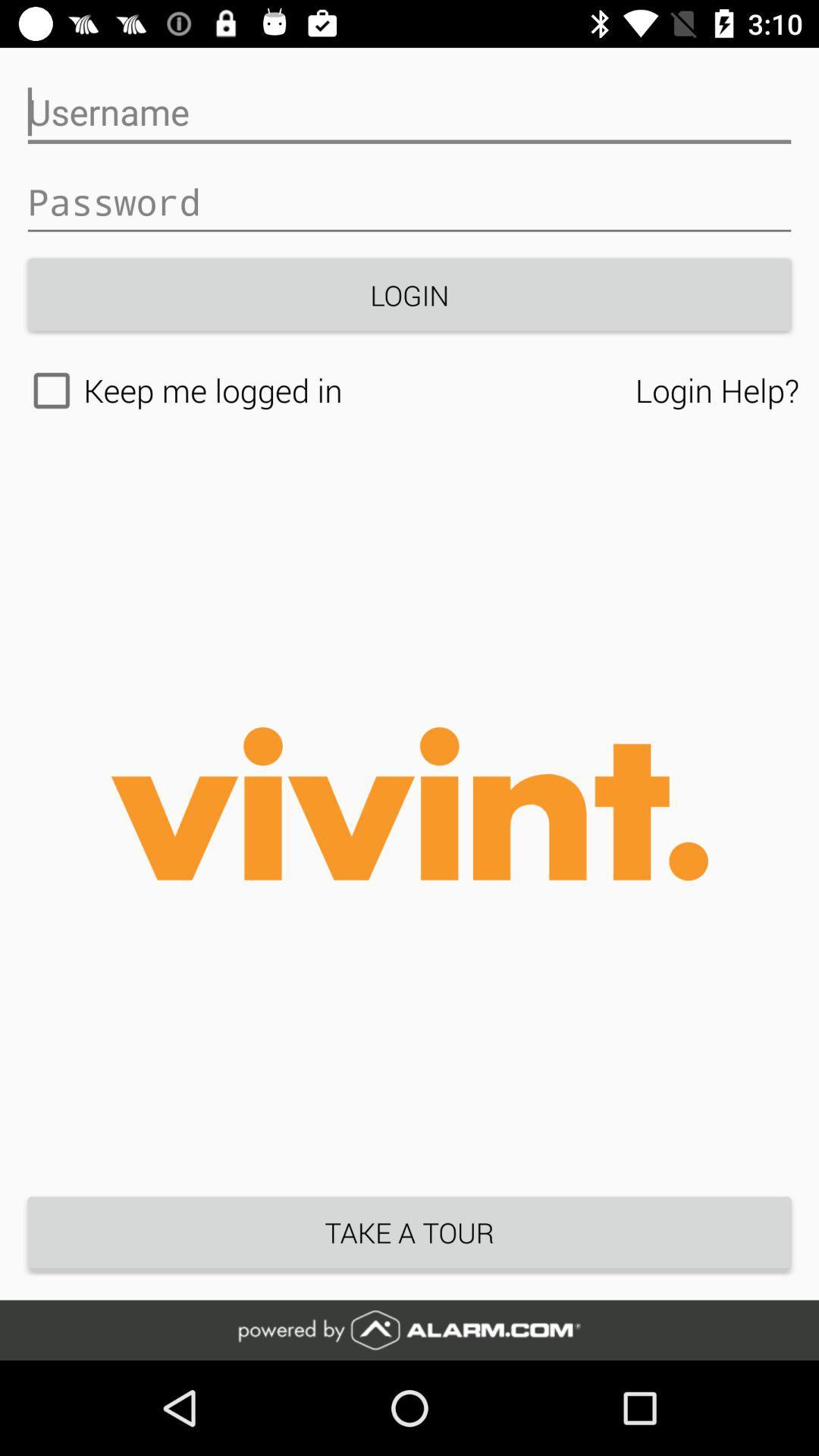  What do you see at coordinates (327, 391) in the screenshot?
I see `icon to the left of the login help? item` at bounding box center [327, 391].